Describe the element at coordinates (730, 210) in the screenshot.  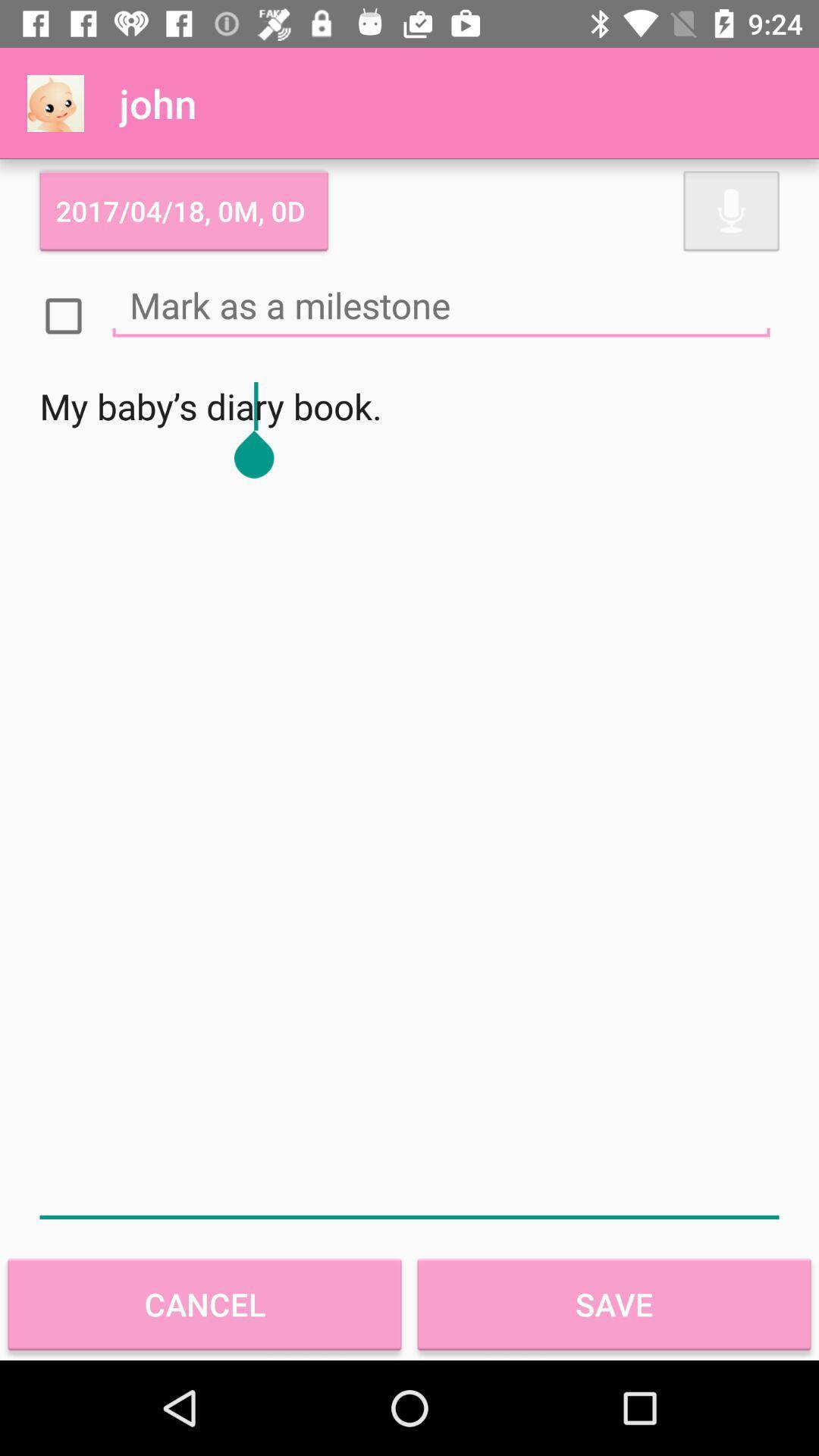
I see `switch voice command on` at that location.